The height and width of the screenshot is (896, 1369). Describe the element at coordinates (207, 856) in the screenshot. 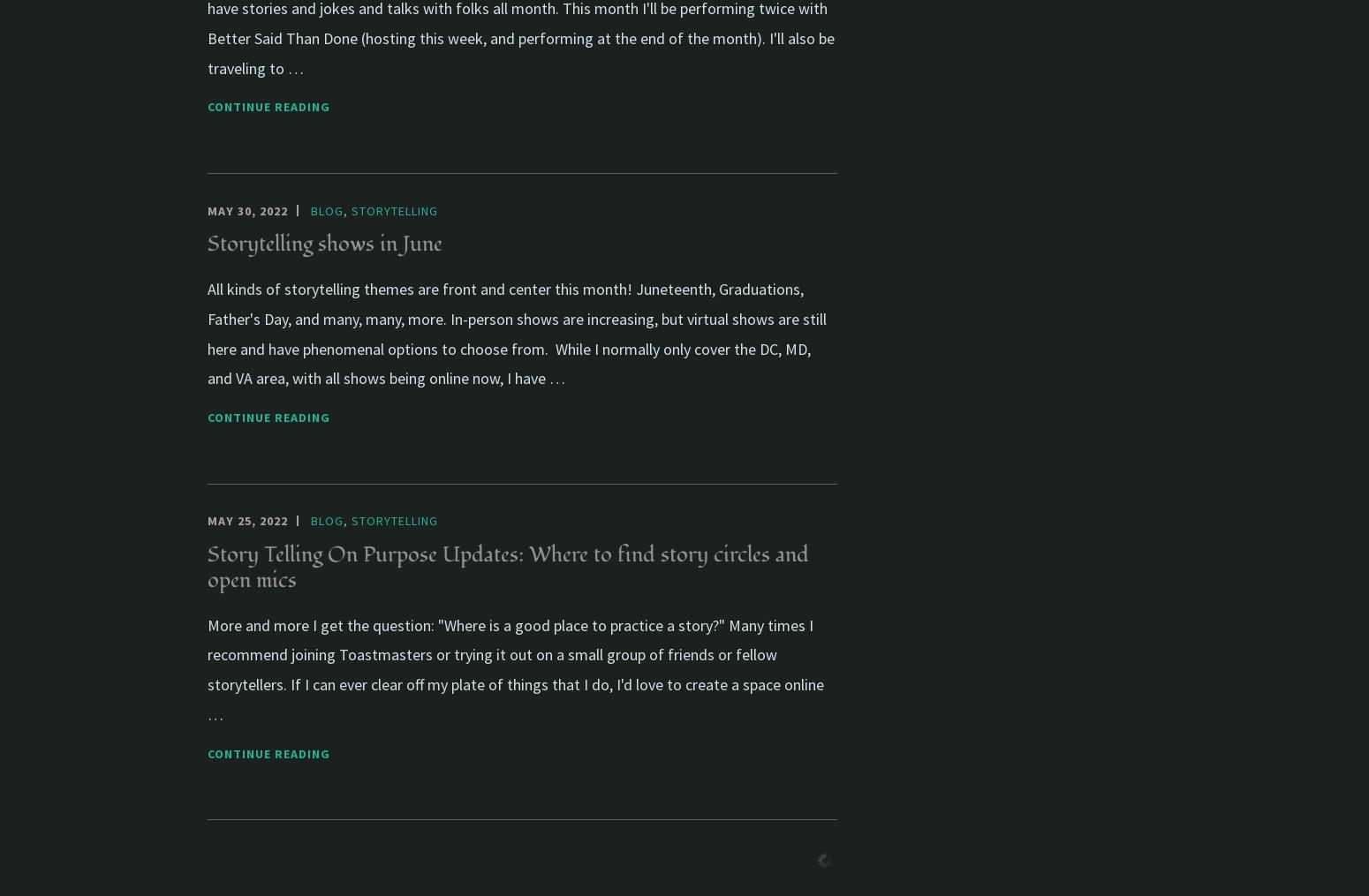

I see `'May 23, 2022'` at that location.